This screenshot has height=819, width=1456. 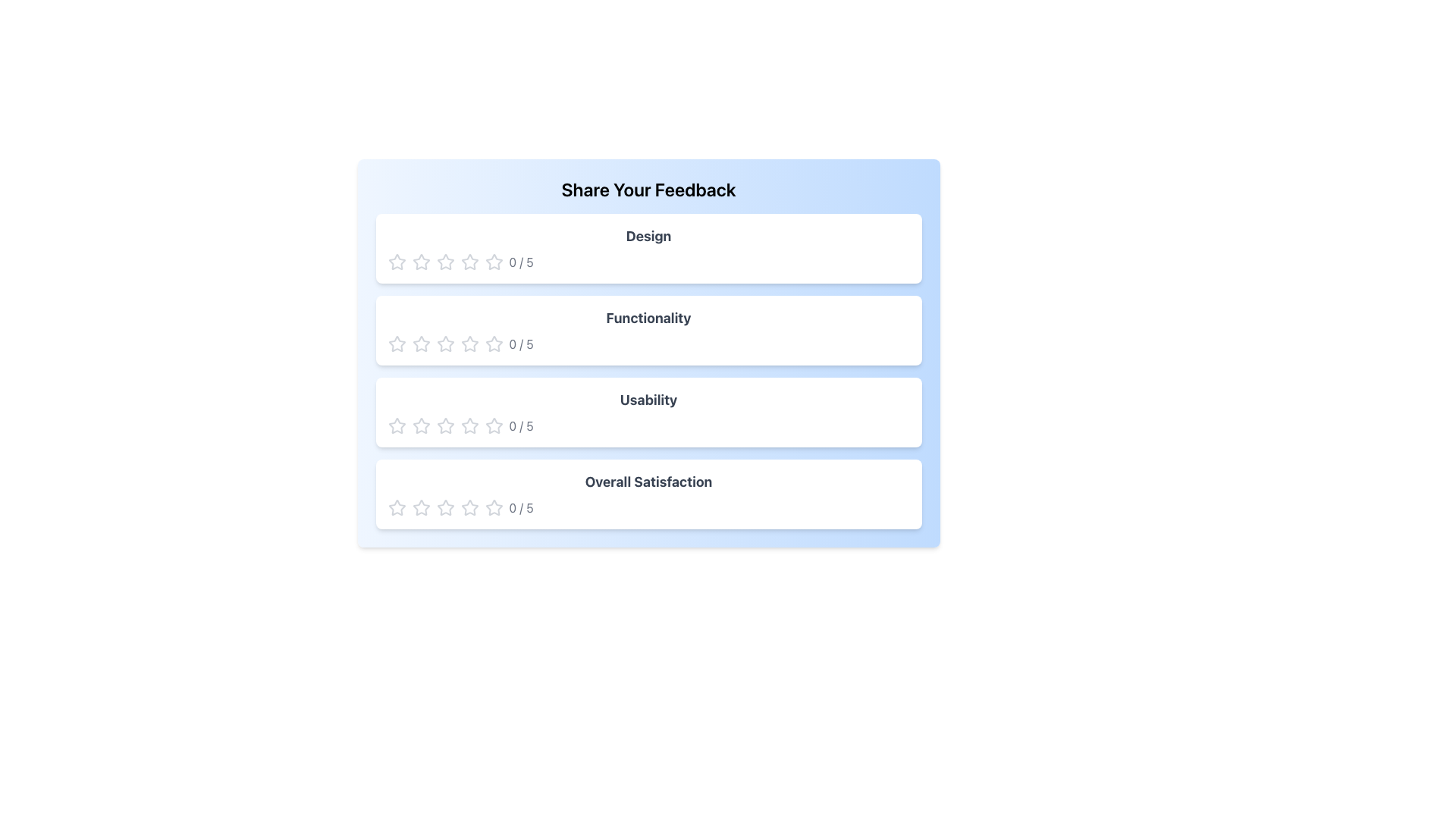 What do you see at coordinates (421, 344) in the screenshot?
I see `the second star icon in the 'Functionality' rating section` at bounding box center [421, 344].